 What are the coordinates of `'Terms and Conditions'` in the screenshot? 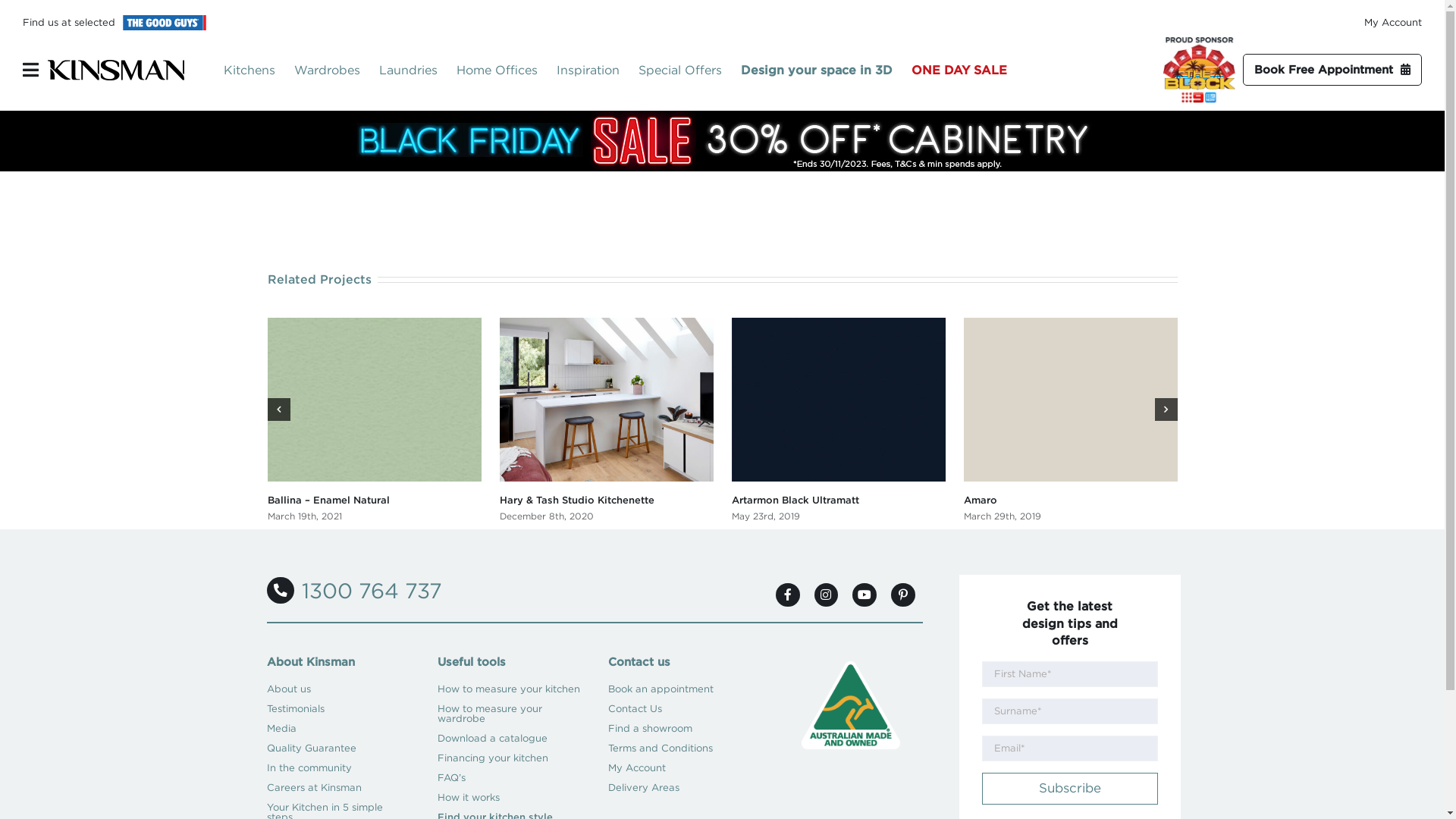 It's located at (679, 748).